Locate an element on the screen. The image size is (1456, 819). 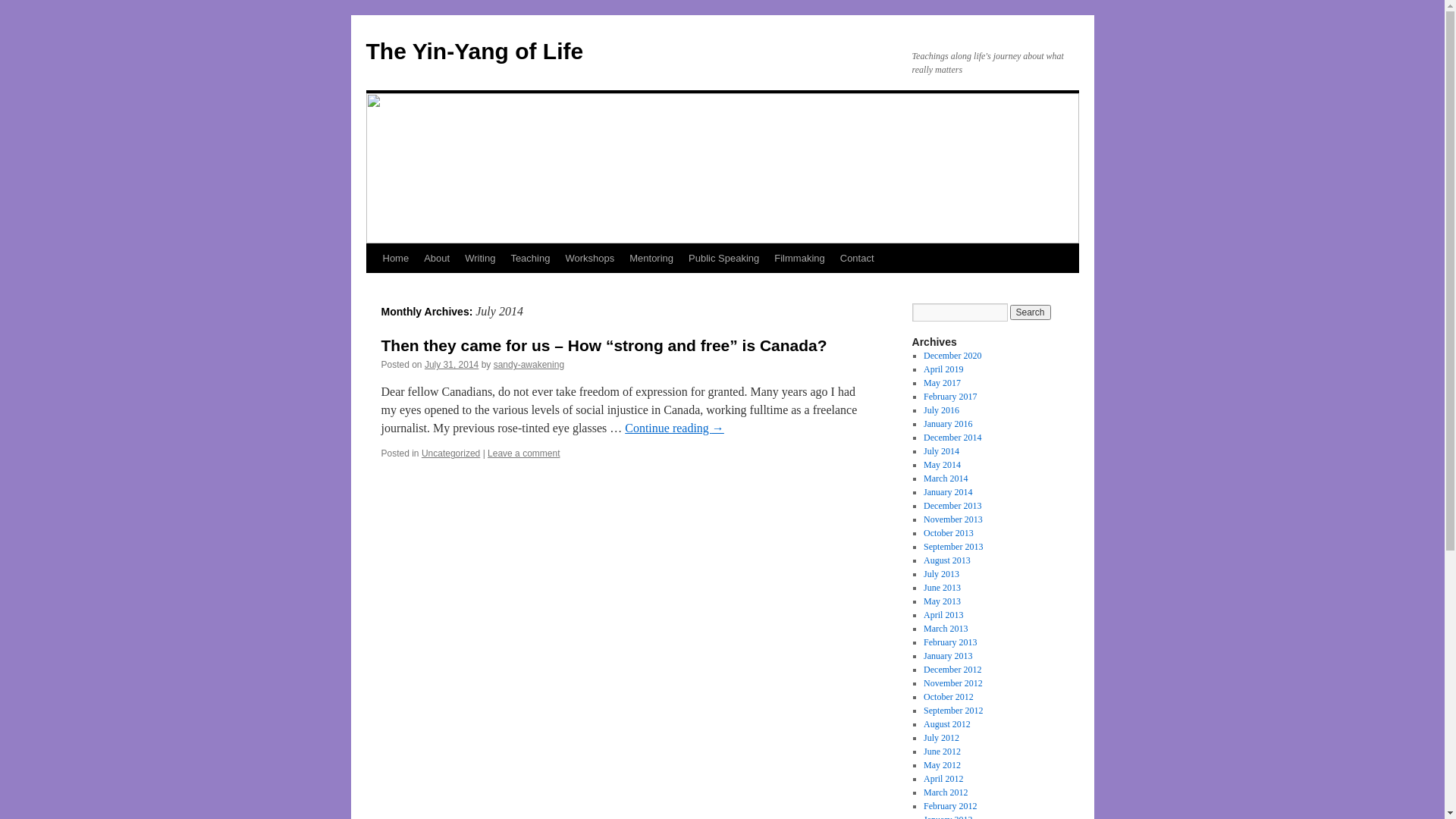
'August 2013' is located at coordinates (946, 560).